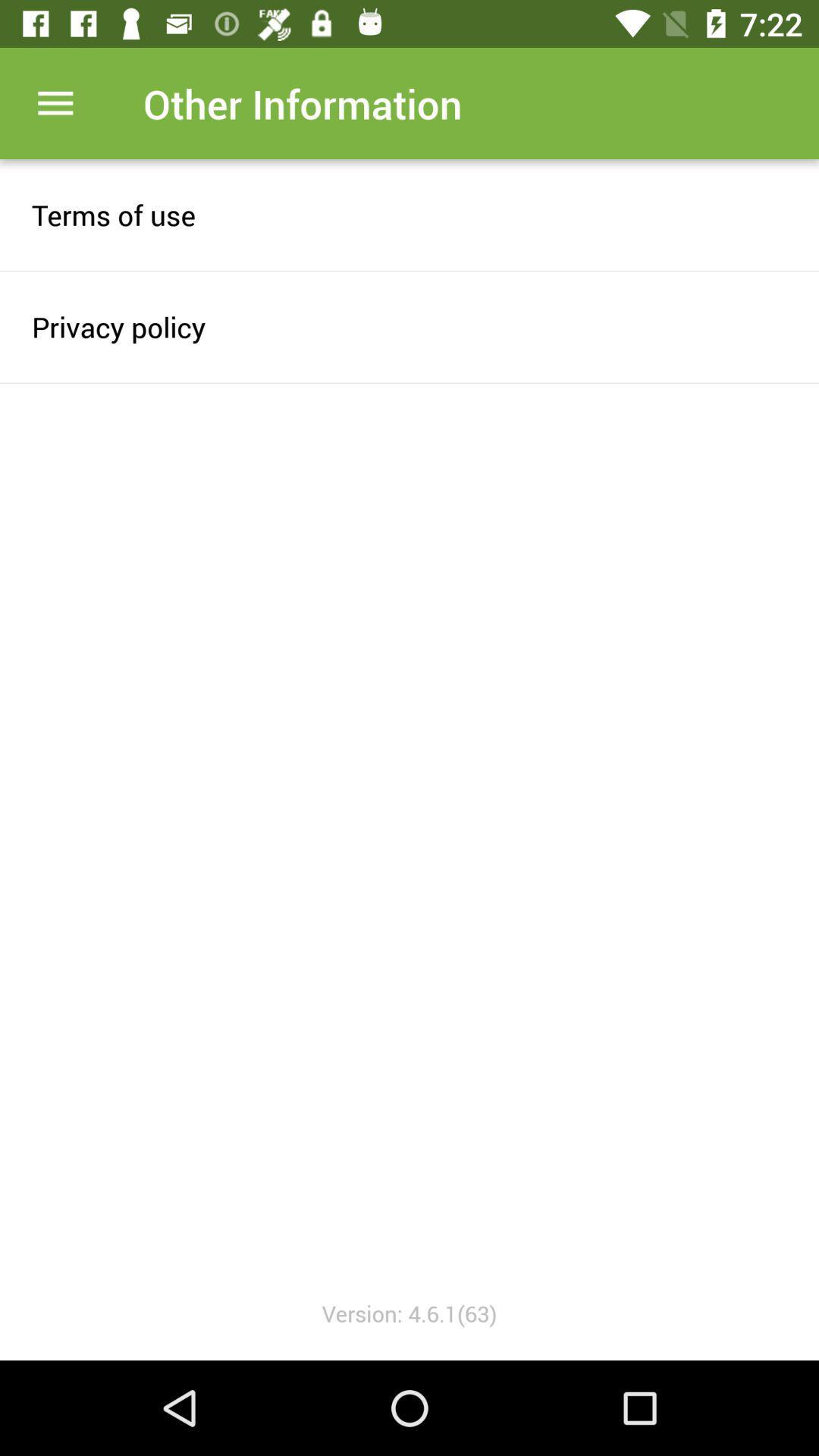 The width and height of the screenshot is (819, 1456). What do you see at coordinates (409, 326) in the screenshot?
I see `item above the version 4 6` at bounding box center [409, 326].